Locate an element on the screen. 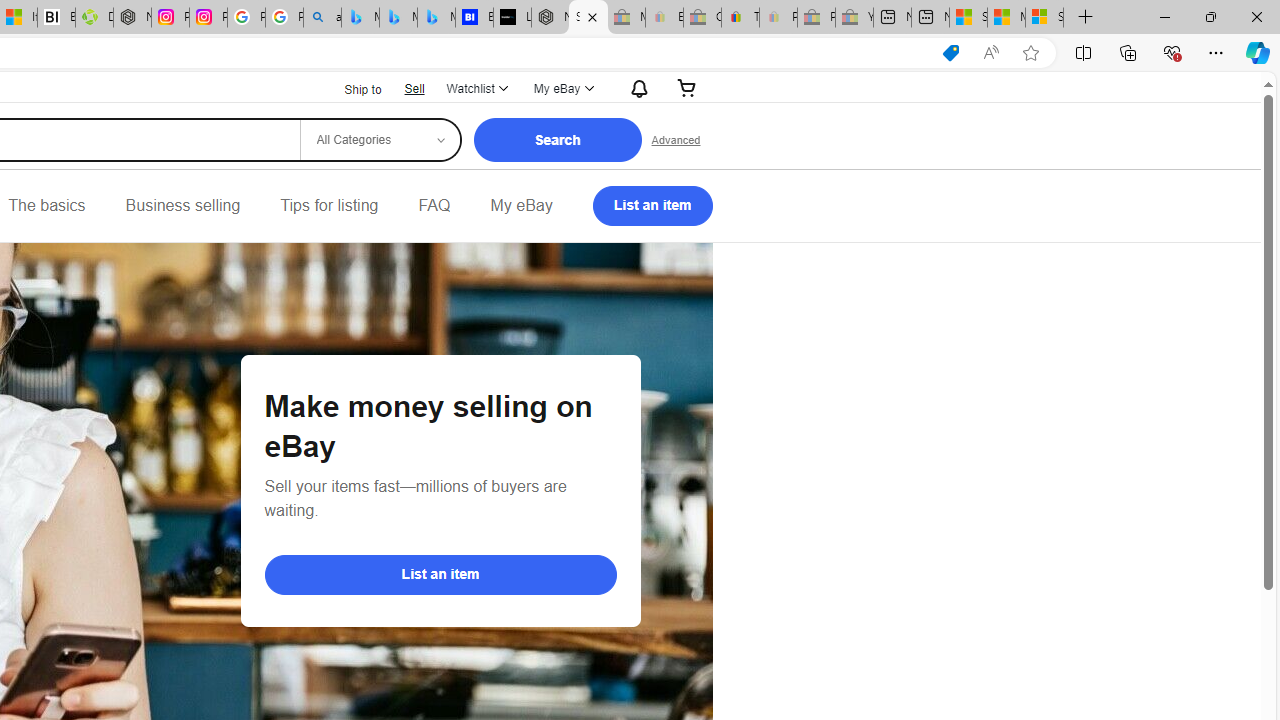 The image size is (1280, 720). 'Selling on eBay | Electronics, Fashion, Home & Garden | eBay' is located at coordinates (587, 17).